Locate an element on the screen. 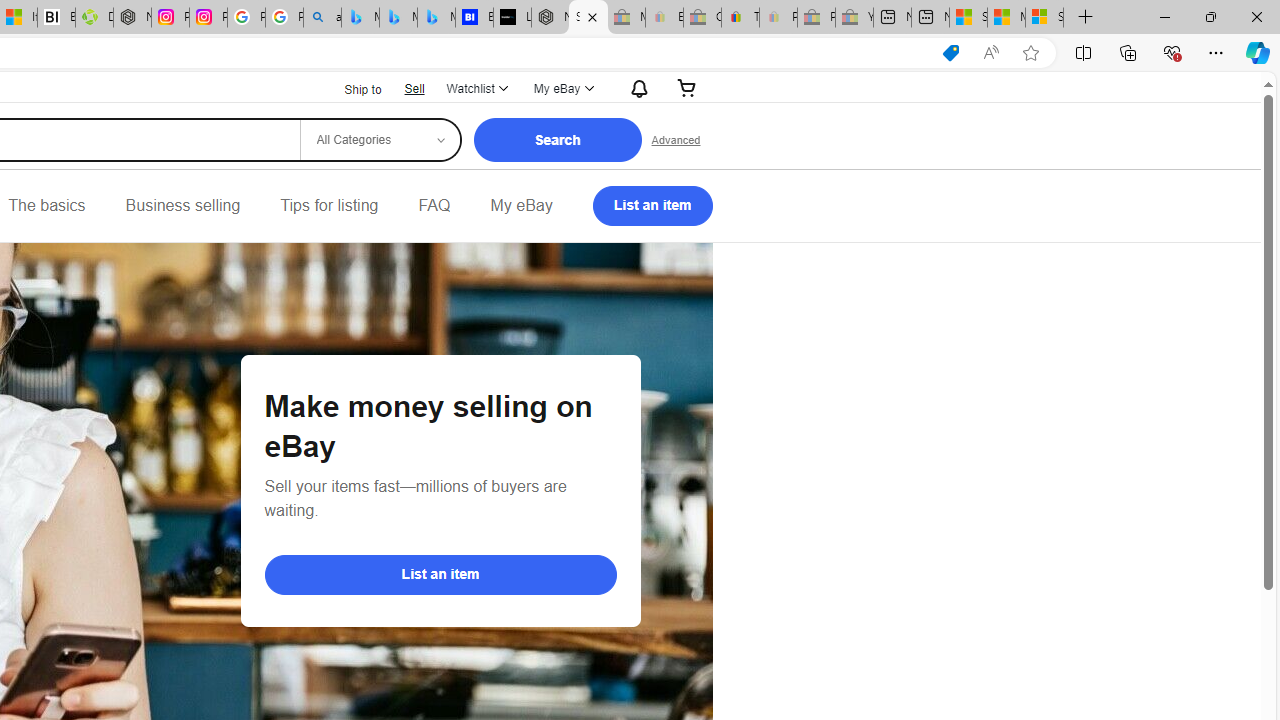 The image size is (1280, 720). 'Selling on eBay | Electronics, Fashion, Home & Garden | eBay' is located at coordinates (587, 17).